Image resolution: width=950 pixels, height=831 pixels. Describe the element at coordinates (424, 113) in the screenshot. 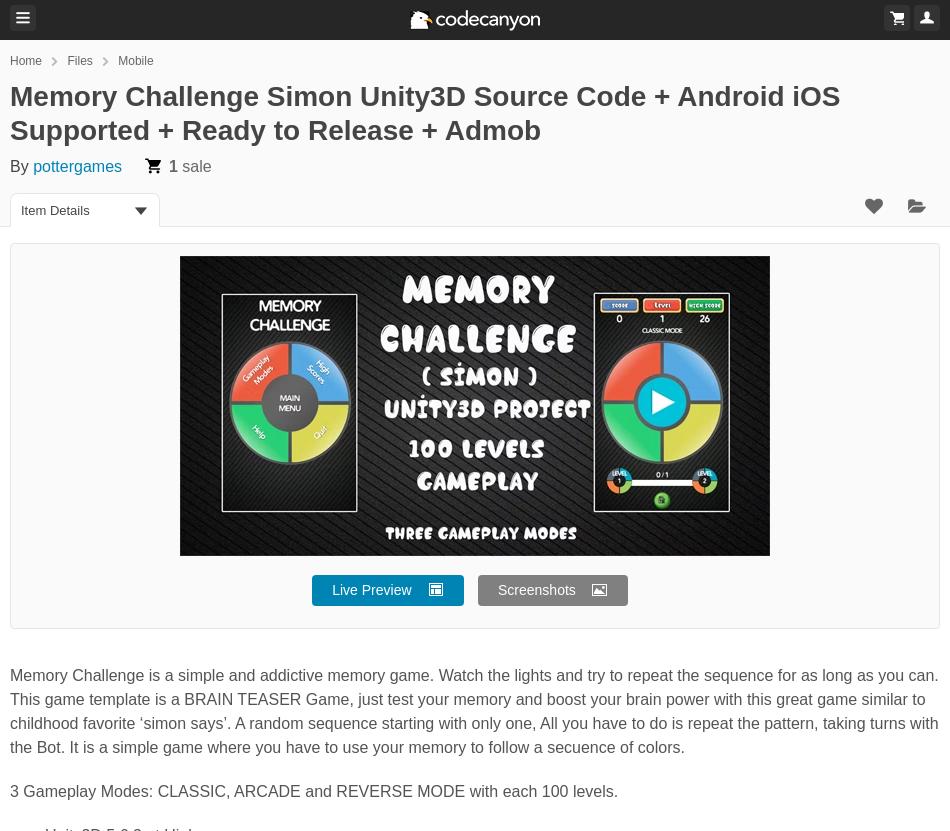

I see `'Memory Challenge Simon Unity3D Source Code + Android iOS Supported + Ready to Release + Admob'` at that location.